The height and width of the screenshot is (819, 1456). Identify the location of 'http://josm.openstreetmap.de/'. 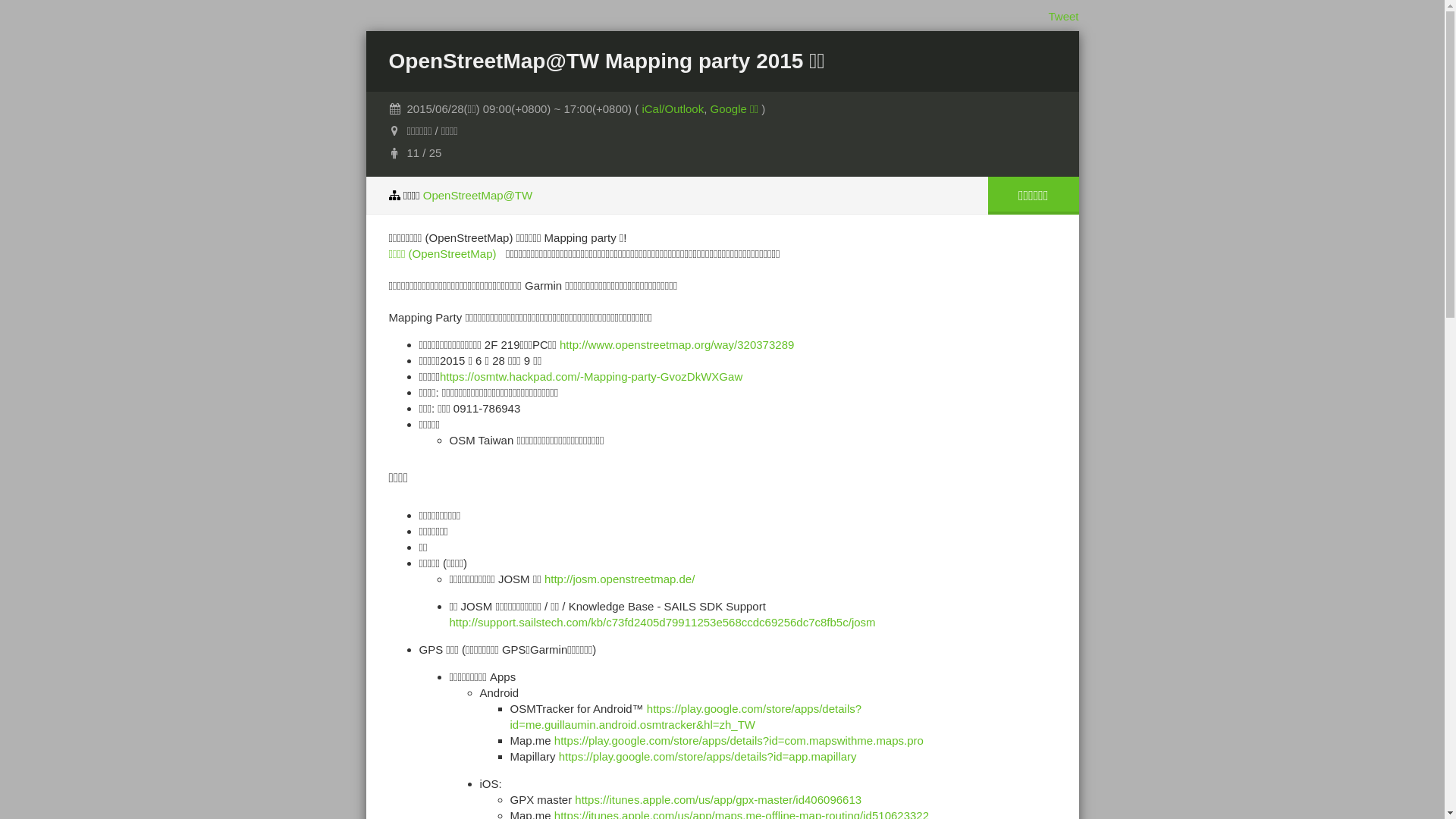
(619, 579).